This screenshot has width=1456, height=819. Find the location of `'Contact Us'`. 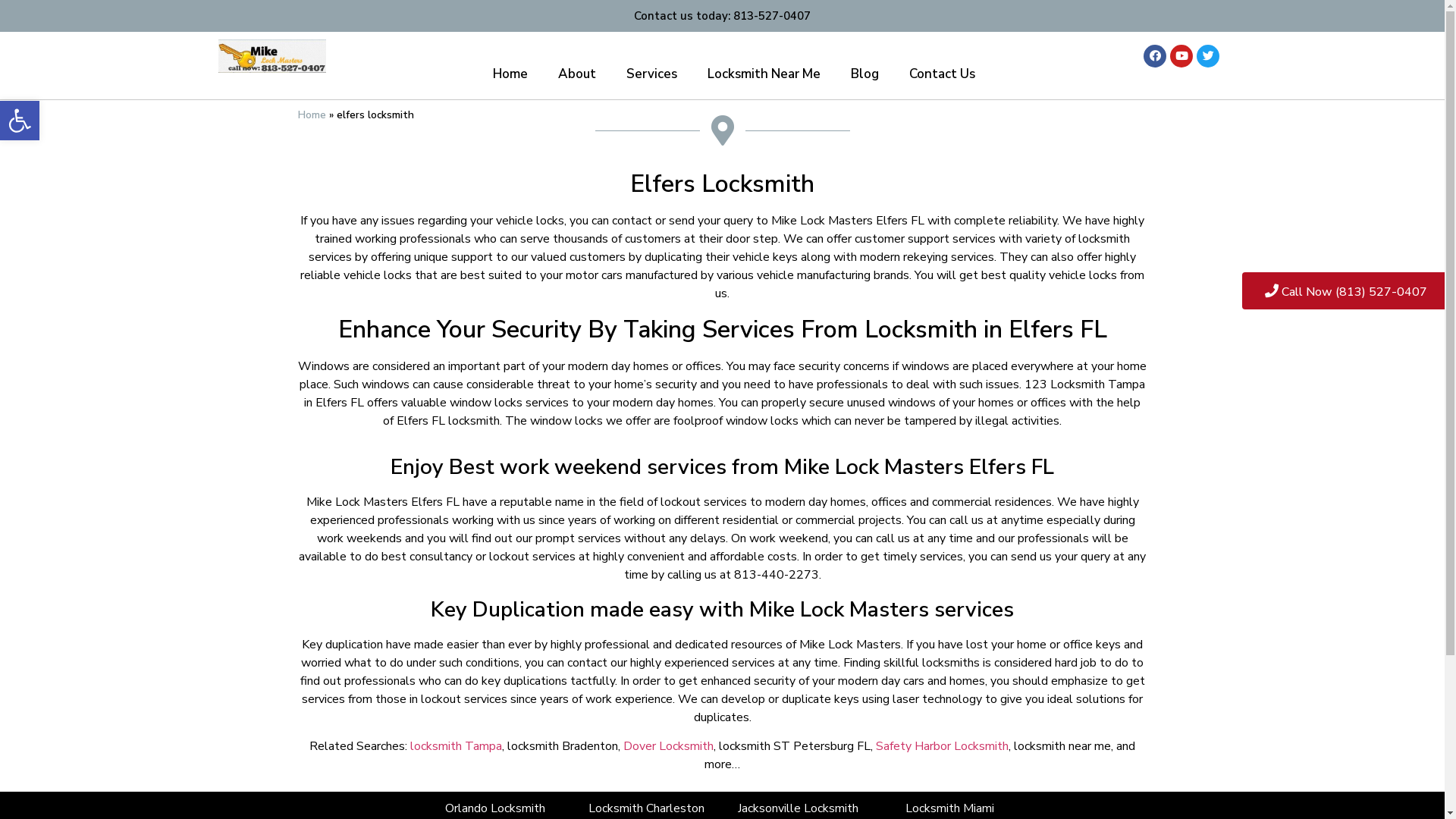

'Contact Us' is located at coordinates (941, 74).